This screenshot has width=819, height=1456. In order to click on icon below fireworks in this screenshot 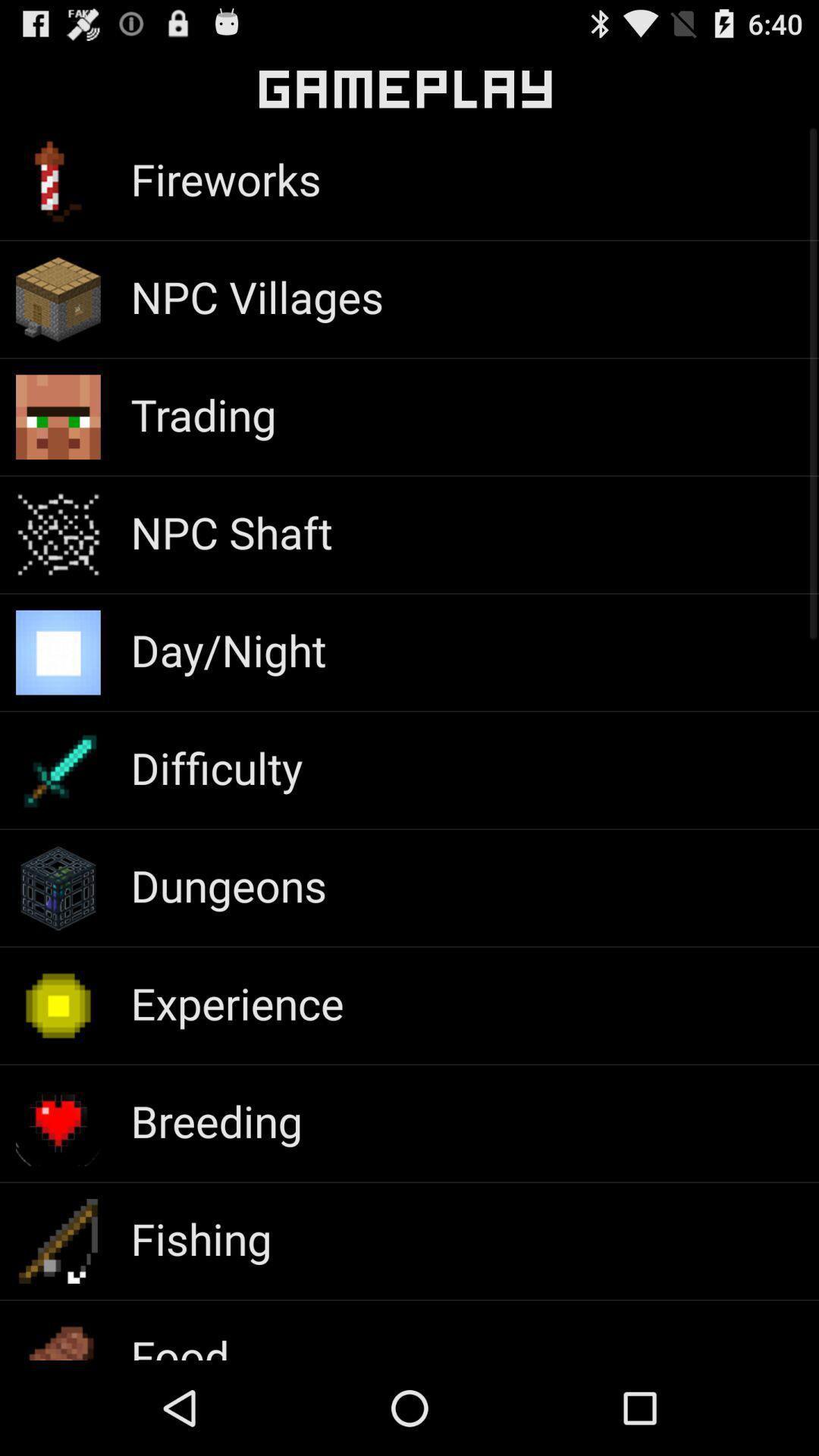, I will do `click(256, 297)`.